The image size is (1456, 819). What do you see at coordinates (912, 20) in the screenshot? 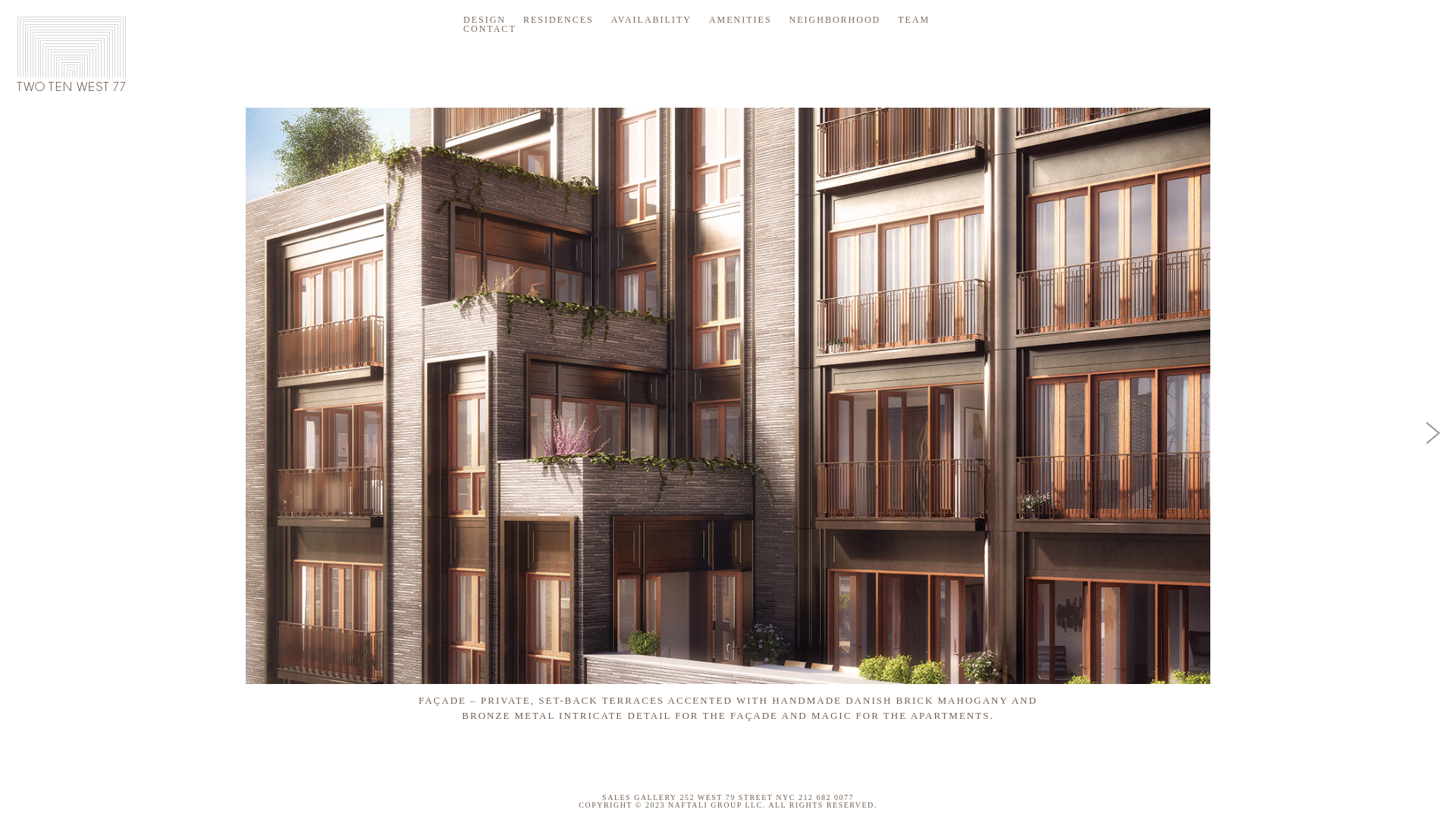
I see `'TEAM'` at bounding box center [912, 20].